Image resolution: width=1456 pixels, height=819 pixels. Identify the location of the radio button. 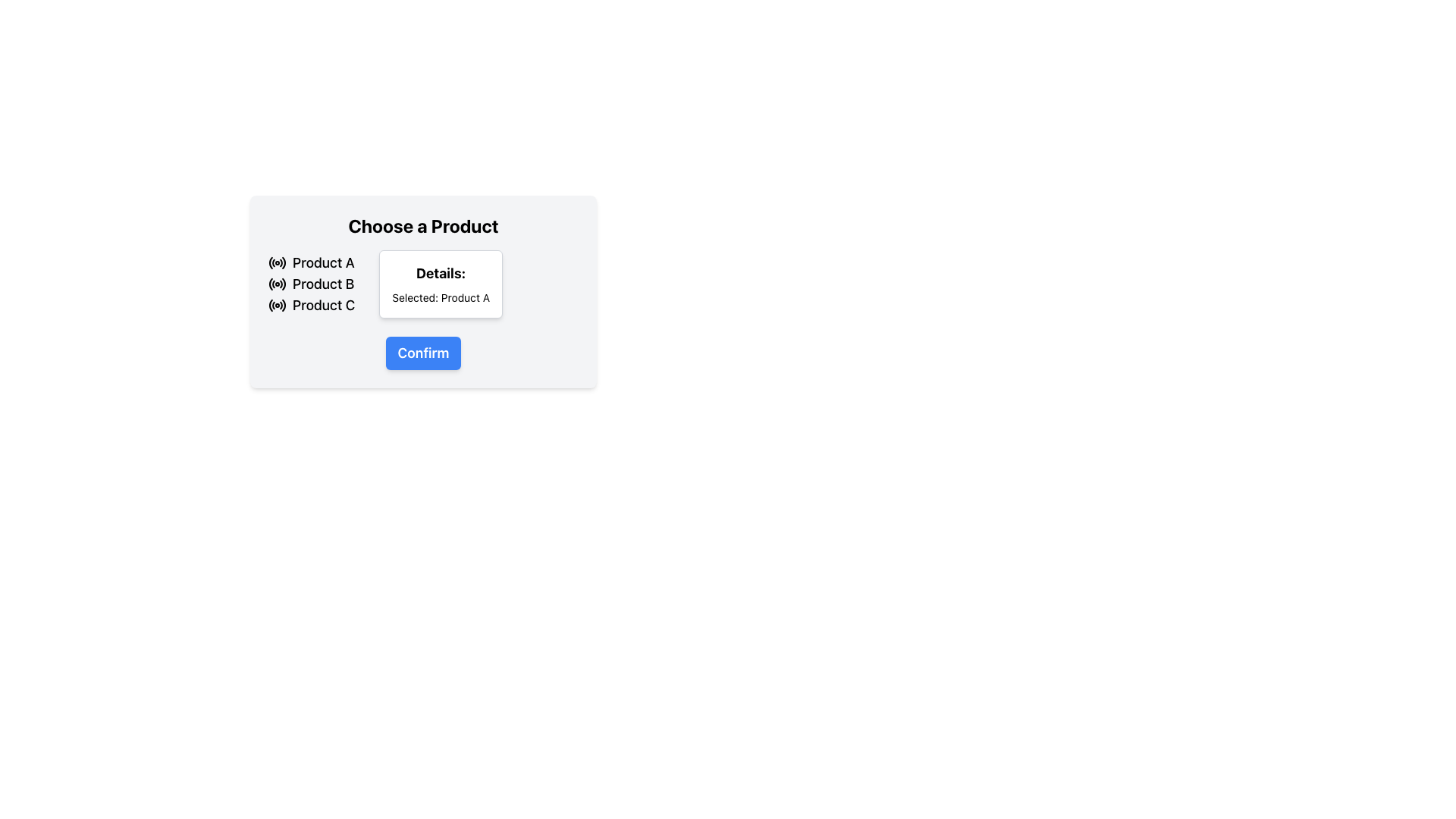
(311, 305).